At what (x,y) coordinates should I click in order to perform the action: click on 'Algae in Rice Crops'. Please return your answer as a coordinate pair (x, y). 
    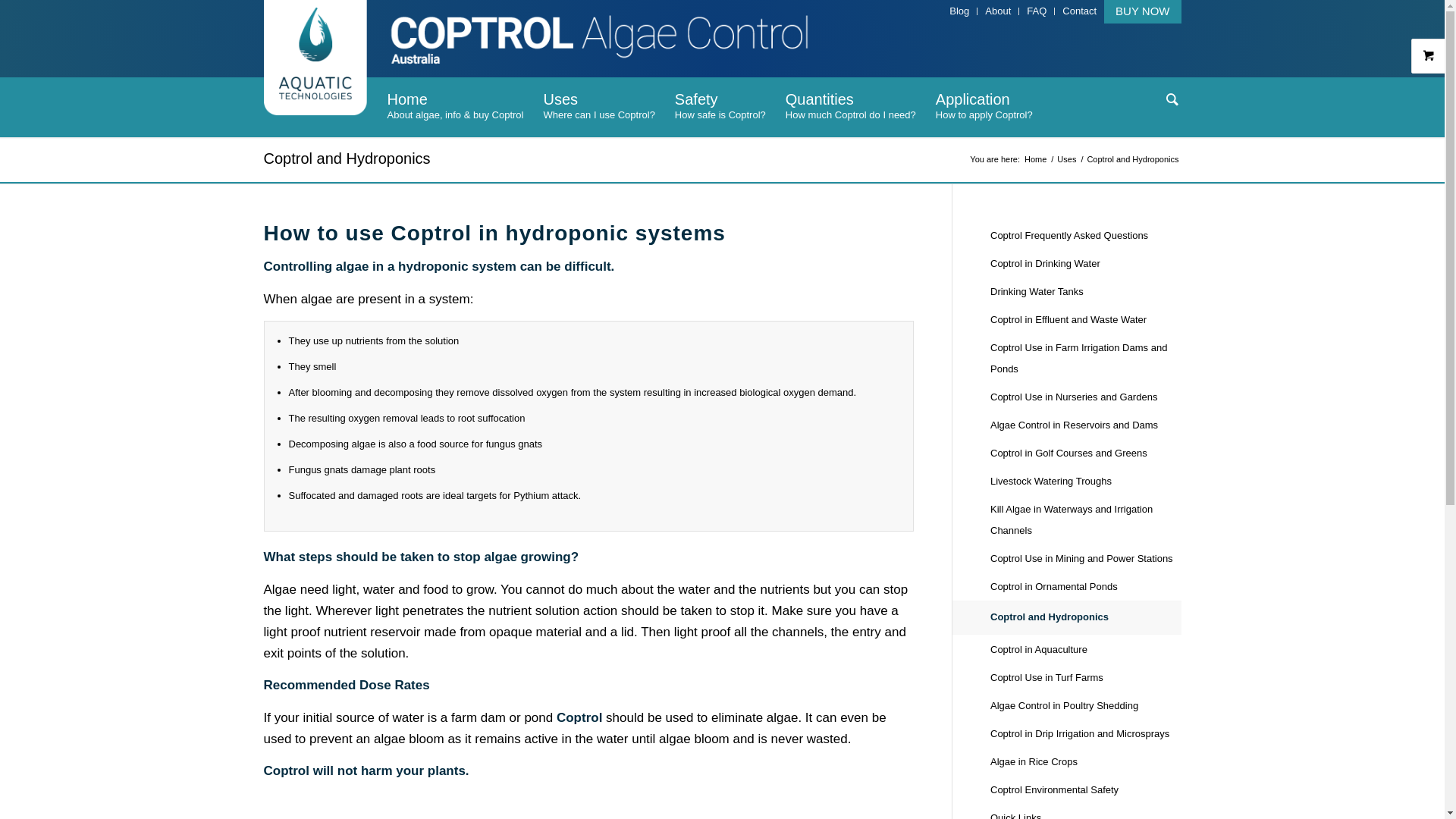
    Looking at the image, I should click on (990, 762).